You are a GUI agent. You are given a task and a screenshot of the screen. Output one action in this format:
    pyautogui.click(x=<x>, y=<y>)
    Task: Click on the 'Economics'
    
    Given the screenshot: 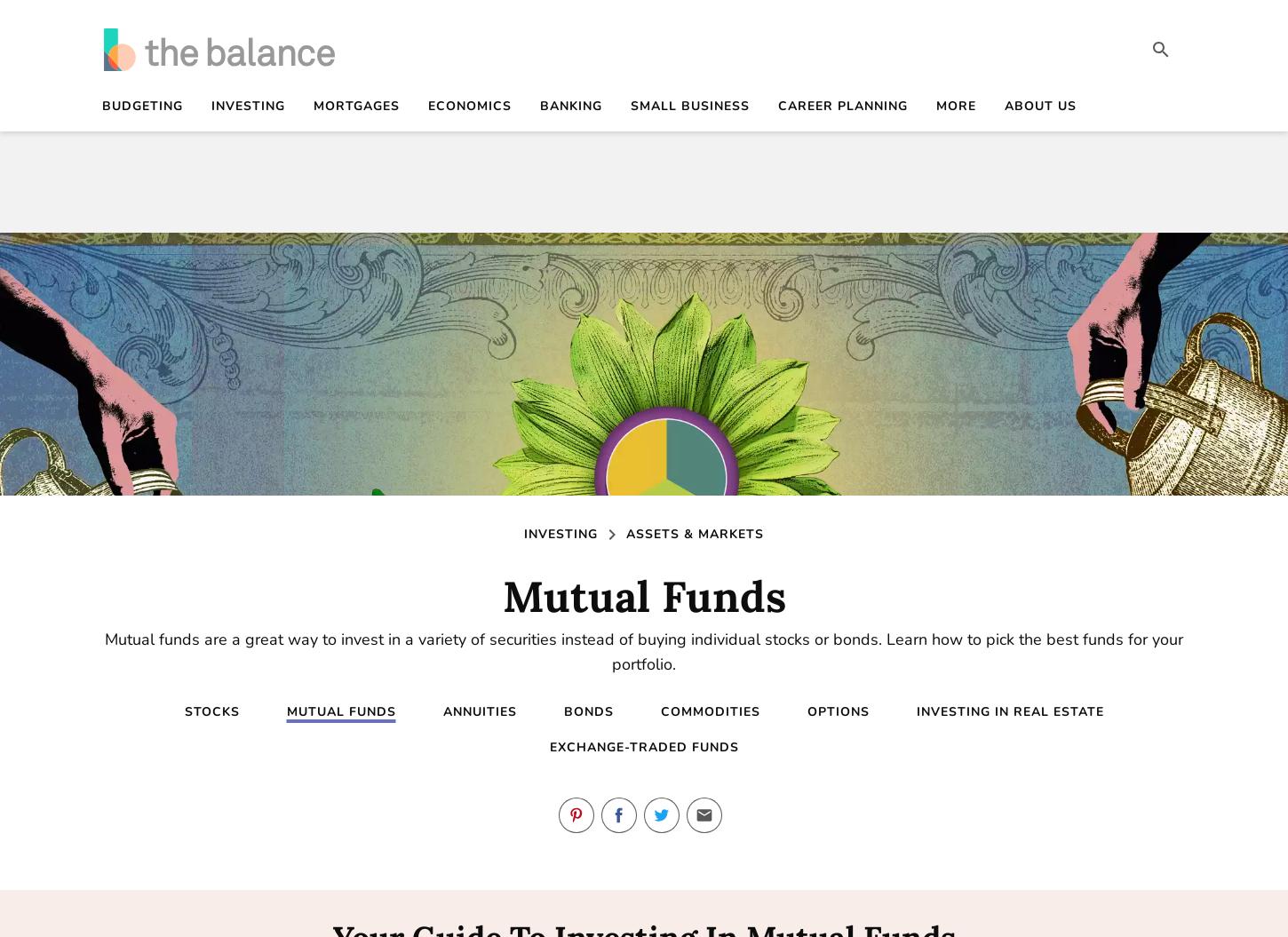 What is the action you would take?
    pyautogui.click(x=469, y=106)
    